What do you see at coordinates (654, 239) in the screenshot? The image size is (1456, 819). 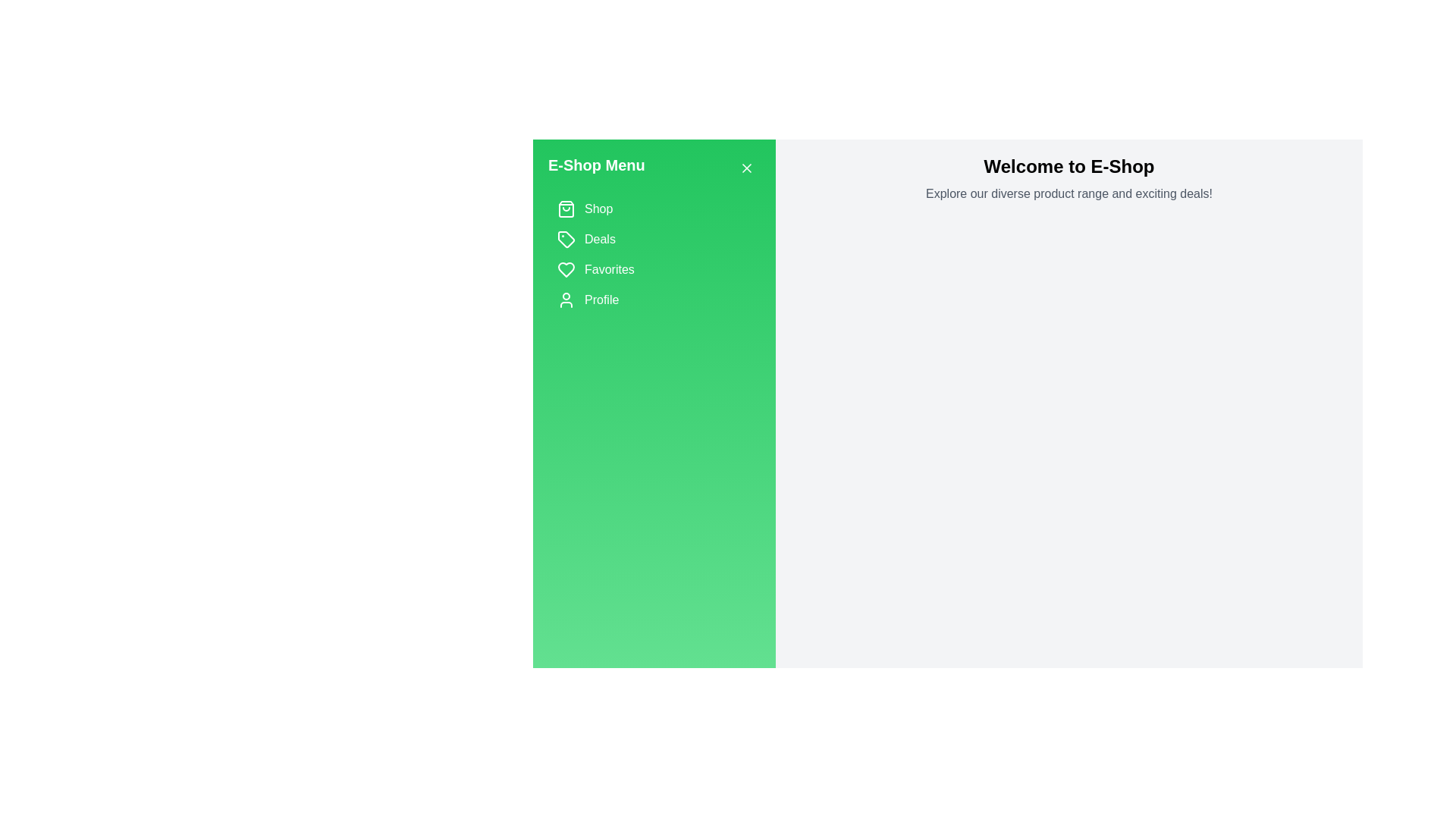 I see `the category item labeled Deals to highlight it` at bounding box center [654, 239].